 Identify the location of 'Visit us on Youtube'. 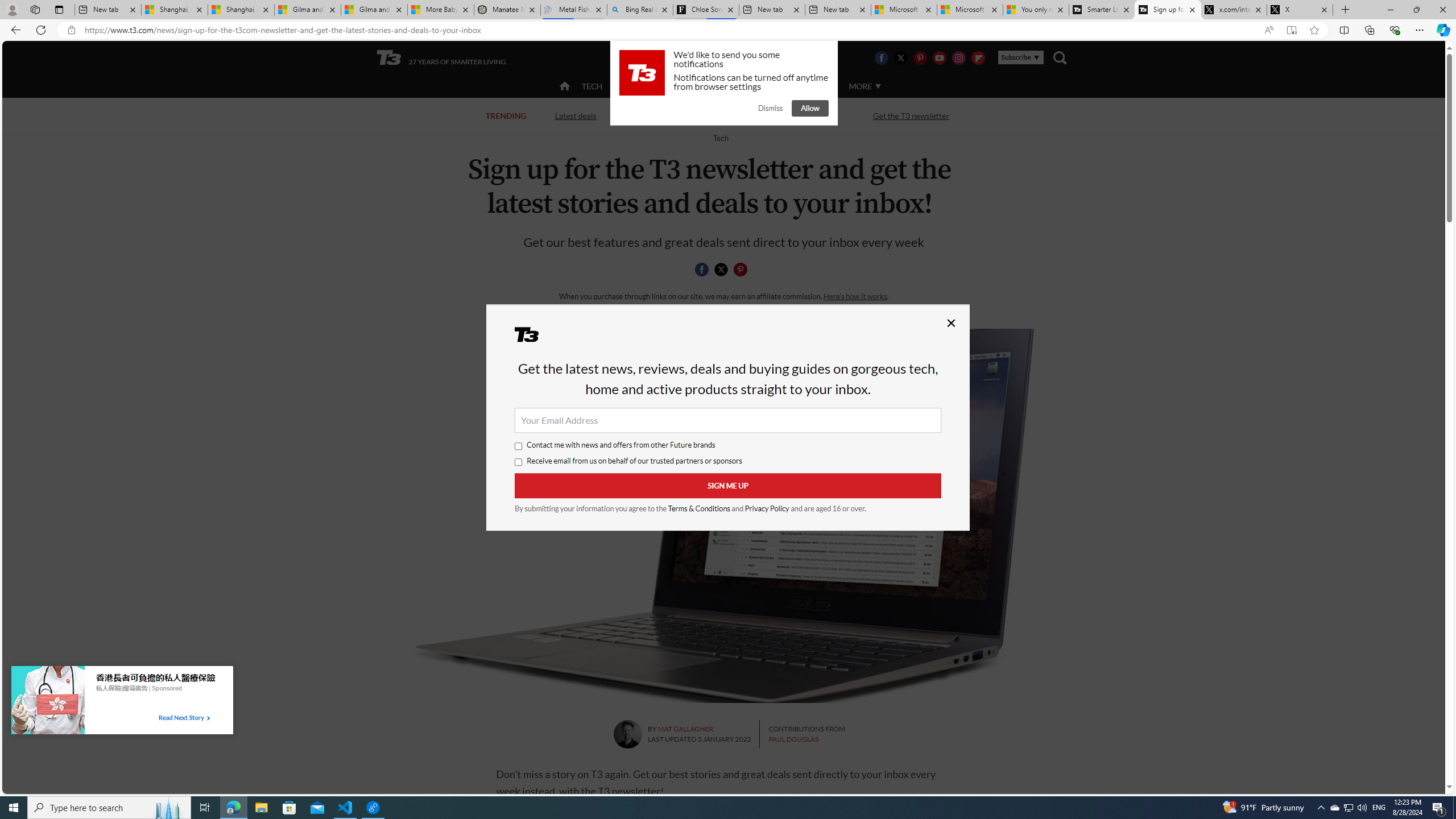
(938, 57).